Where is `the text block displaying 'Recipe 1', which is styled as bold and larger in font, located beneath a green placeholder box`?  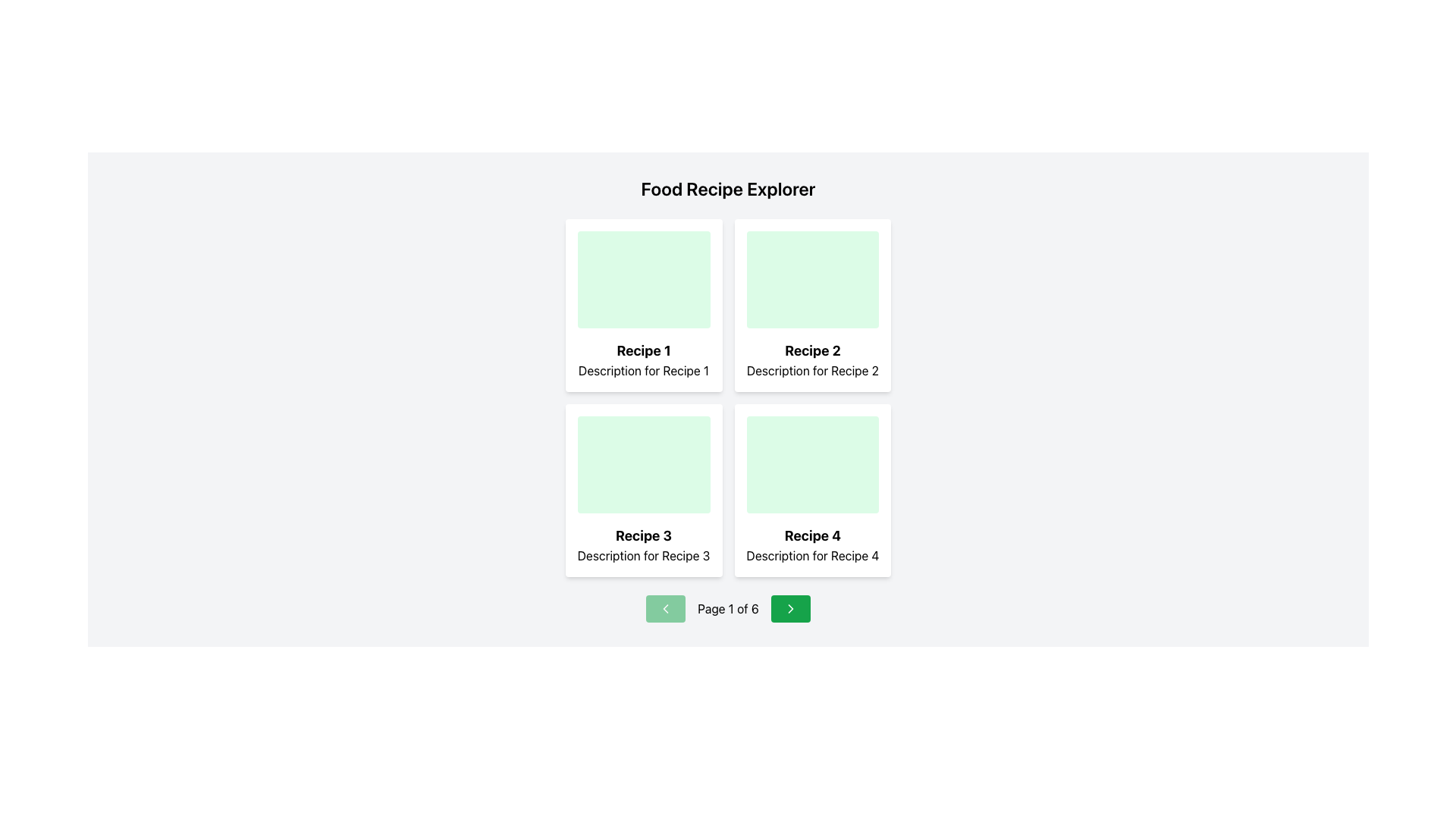 the text block displaying 'Recipe 1', which is styled as bold and larger in font, located beneath a green placeholder box is located at coordinates (644, 350).